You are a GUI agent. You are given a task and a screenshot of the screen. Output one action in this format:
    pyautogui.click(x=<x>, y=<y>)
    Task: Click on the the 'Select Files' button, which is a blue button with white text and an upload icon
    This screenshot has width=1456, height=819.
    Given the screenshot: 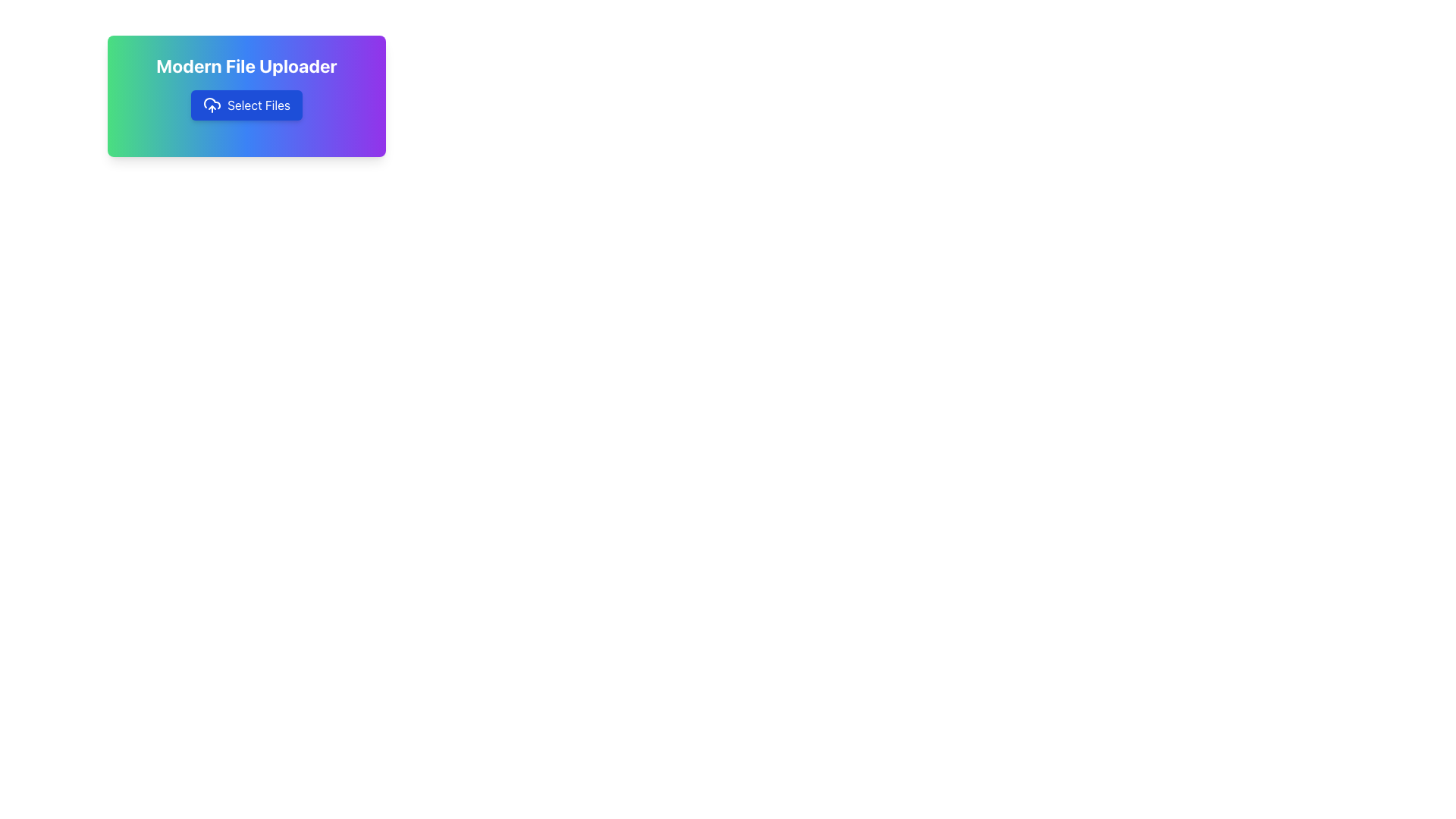 What is the action you would take?
    pyautogui.click(x=246, y=104)
    